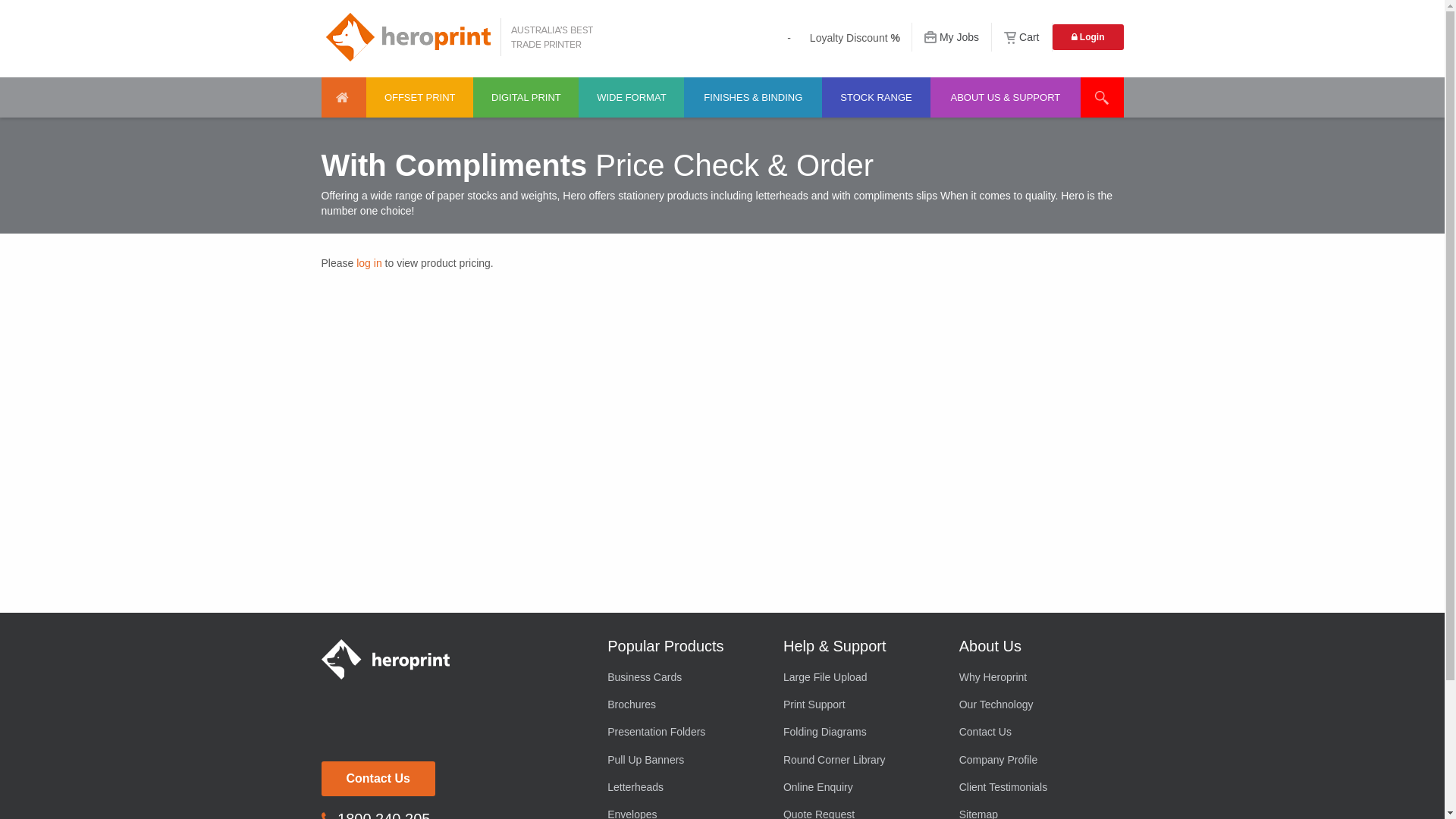 The width and height of the screenshot is (1456, 819). What do you see at coordinates (344, 97) in the screenshot?
I see `'HOME'` at bounding box center [344, 97].